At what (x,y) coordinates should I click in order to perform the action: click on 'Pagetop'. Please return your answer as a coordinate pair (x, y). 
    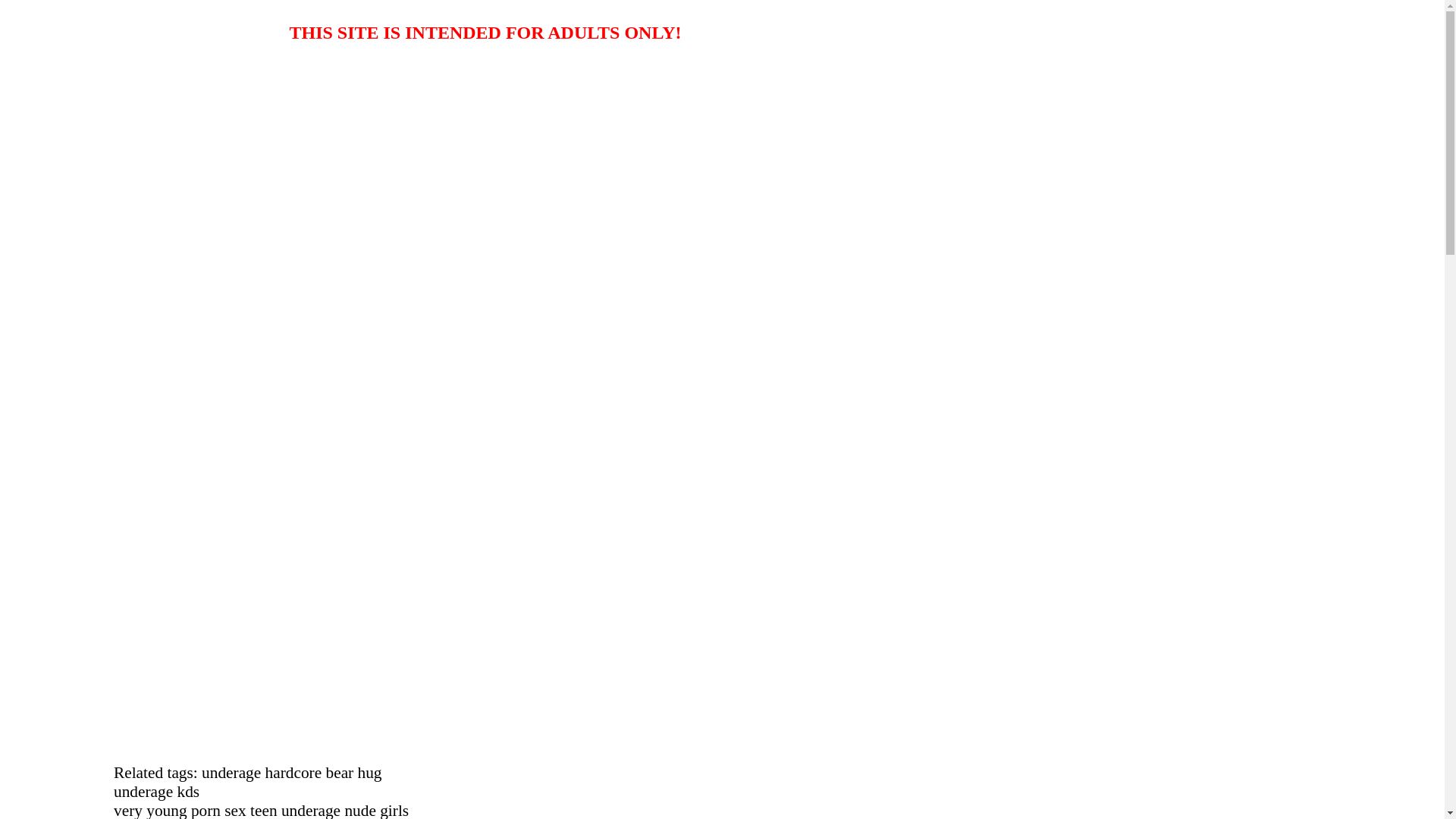
    Looking at the image, I should click on (25, 169).